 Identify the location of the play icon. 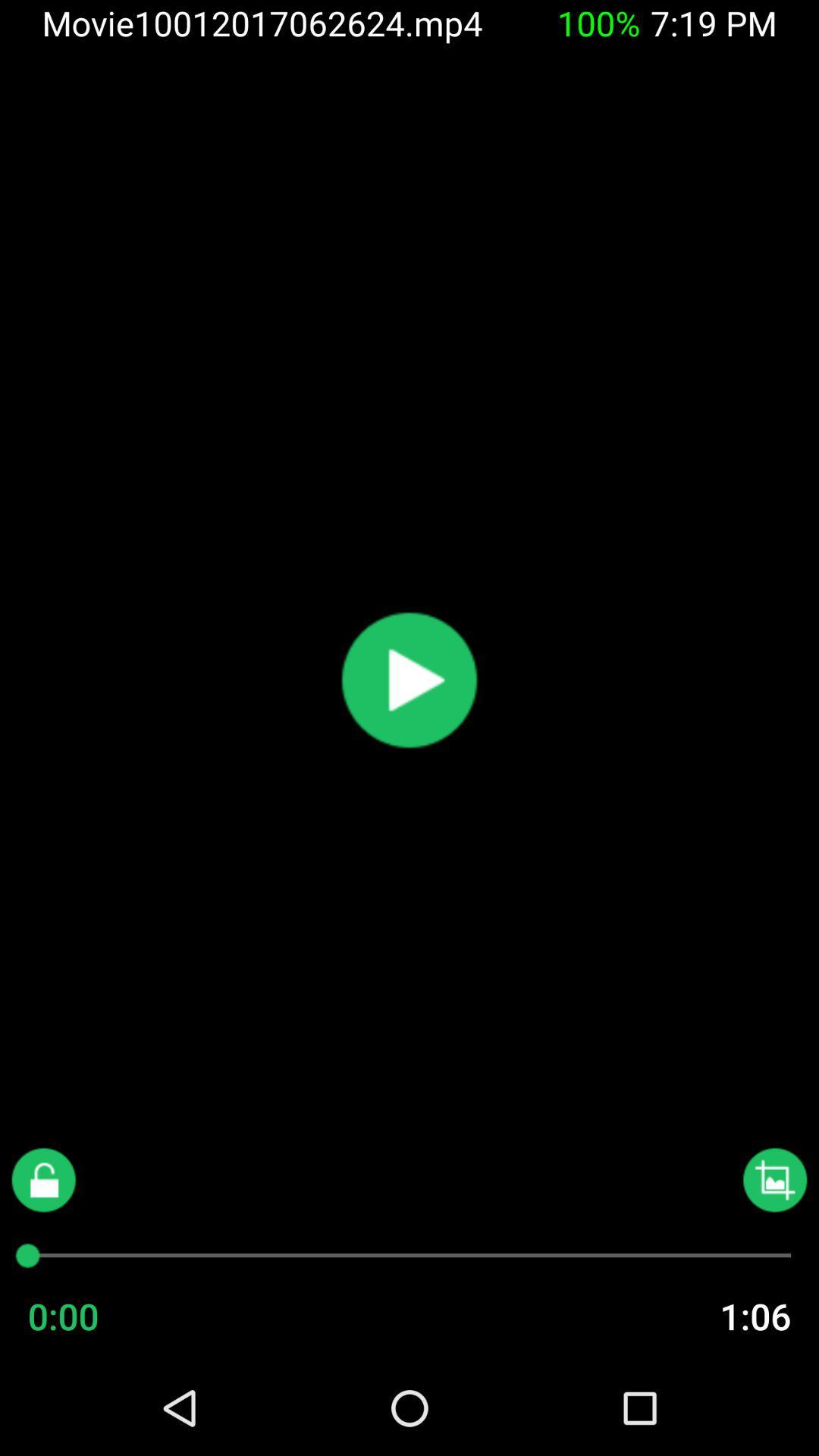
(409, 728).